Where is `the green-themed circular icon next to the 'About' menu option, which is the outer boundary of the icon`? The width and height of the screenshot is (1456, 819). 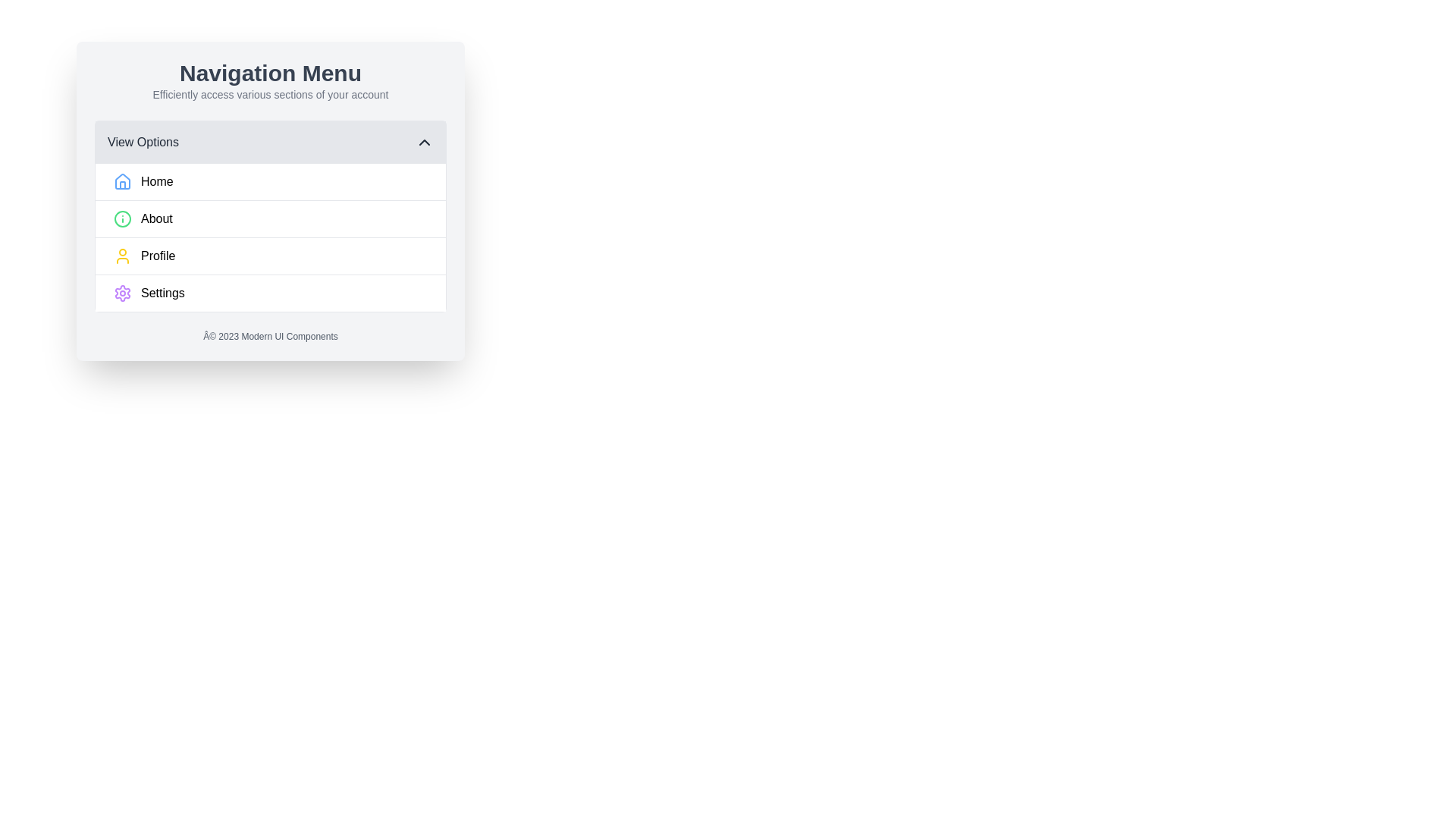
the green-themed circular icon next to the 'About' menu option, which is the outer boundary of the icon is located at coordinates (123, 219).